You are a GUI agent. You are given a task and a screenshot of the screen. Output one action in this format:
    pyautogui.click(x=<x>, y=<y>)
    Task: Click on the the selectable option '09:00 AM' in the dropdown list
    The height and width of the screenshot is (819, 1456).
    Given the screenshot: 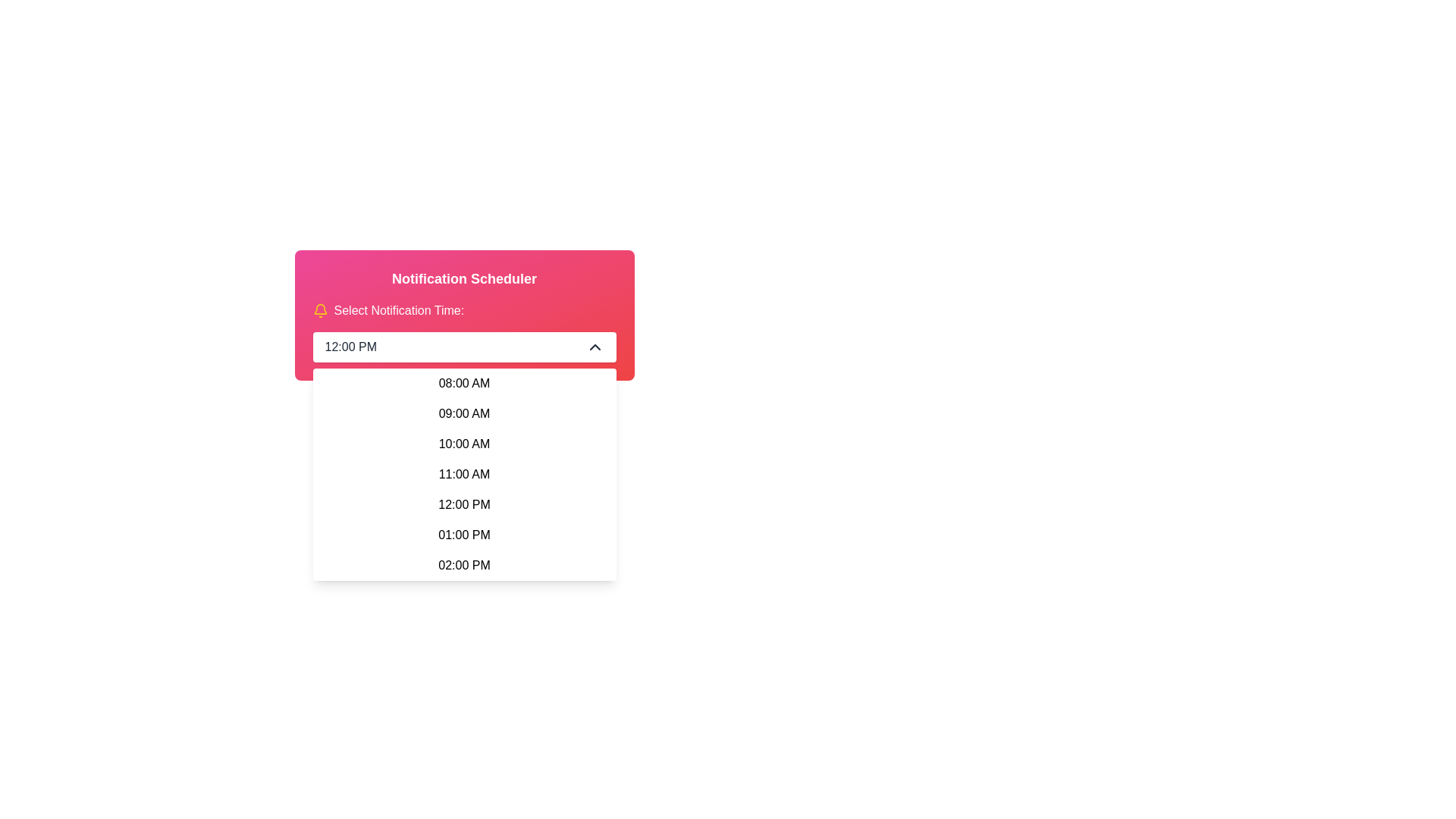 What is the action you would take?
    pyautogui.click(x=463, y=414)
    